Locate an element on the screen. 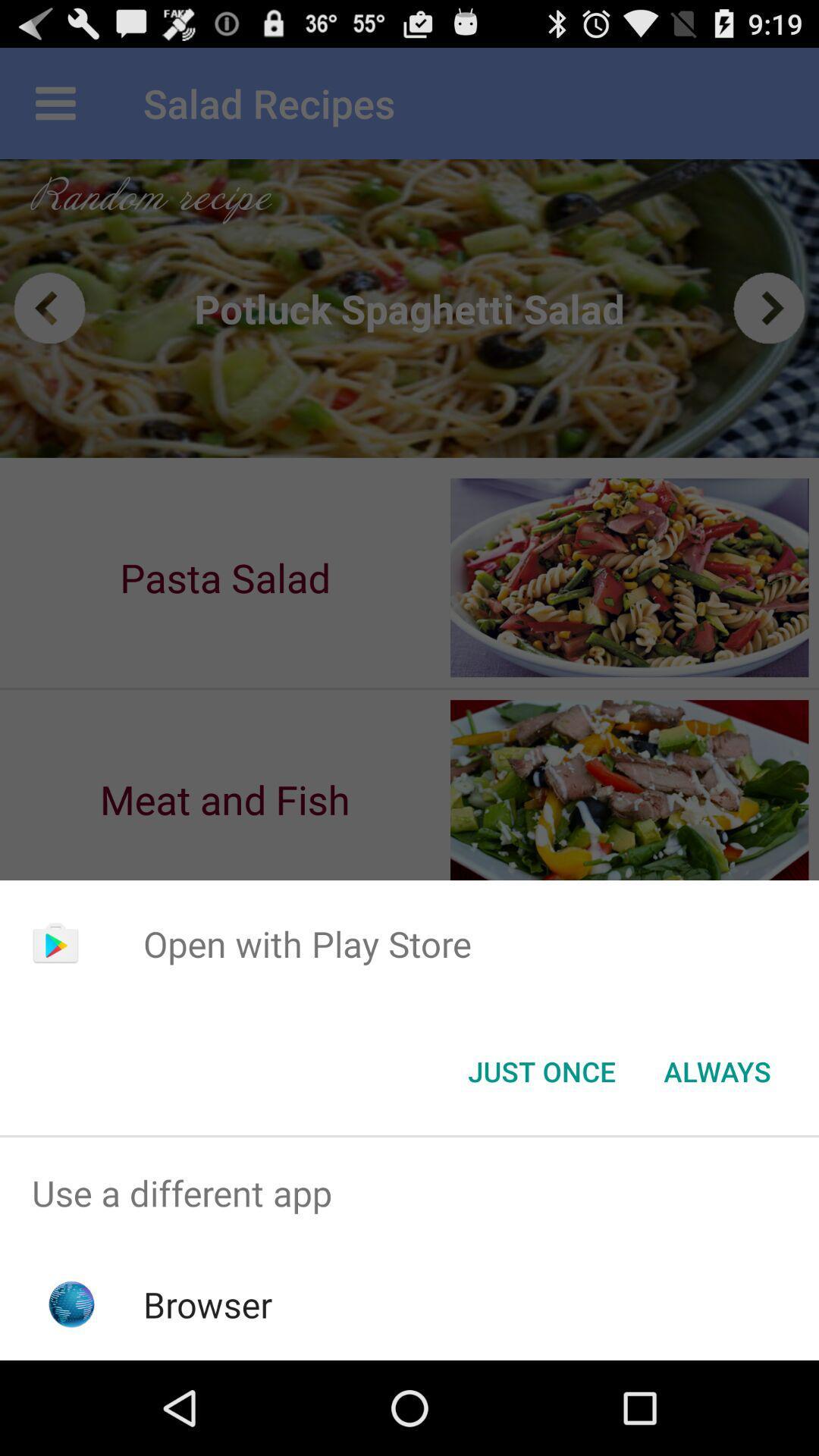  the just once button is located at coordinates (541, 1070).